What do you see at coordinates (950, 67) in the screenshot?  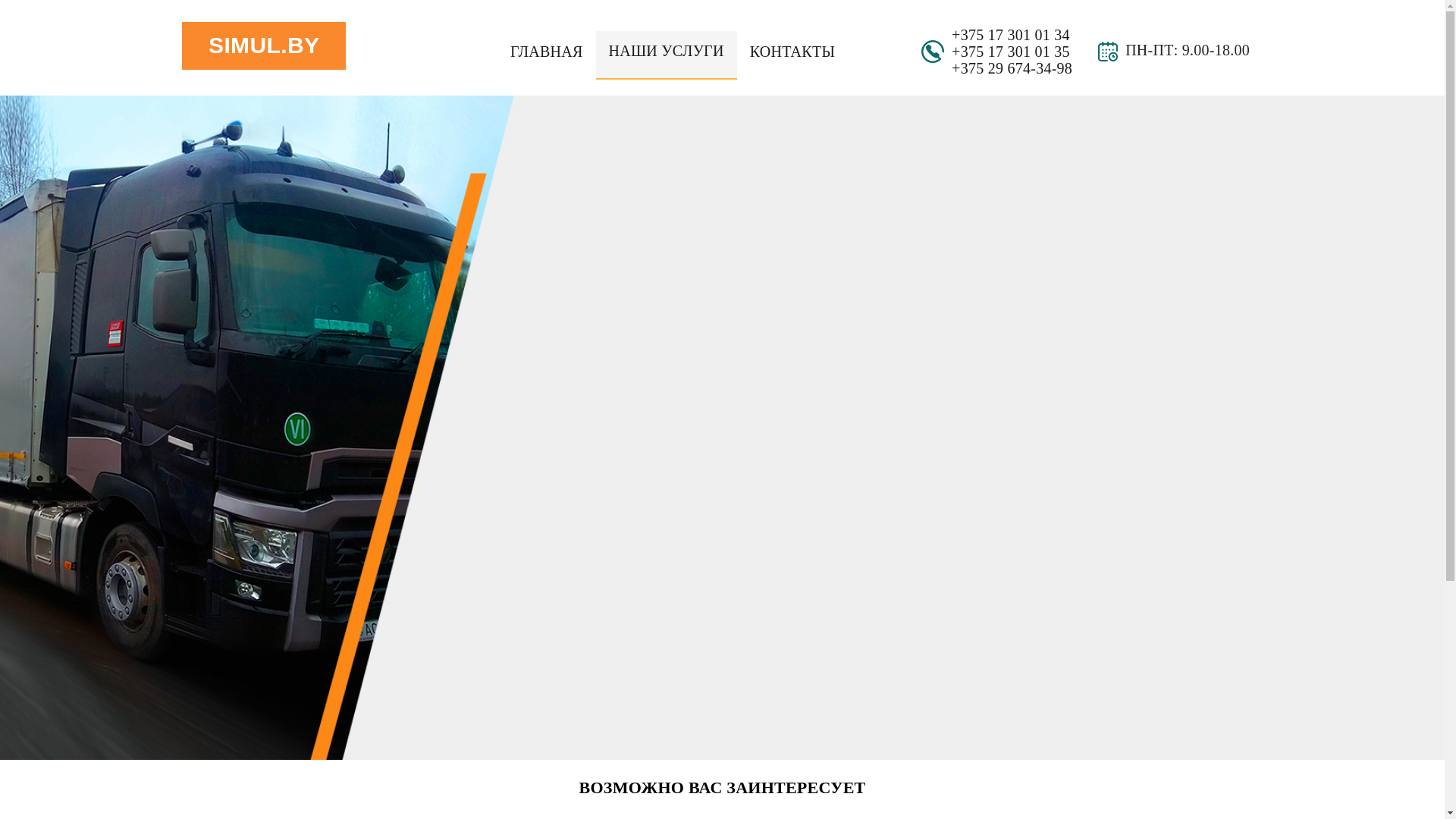 I see `'+375 29 674-34-98'` at bounding box center [950, 67].